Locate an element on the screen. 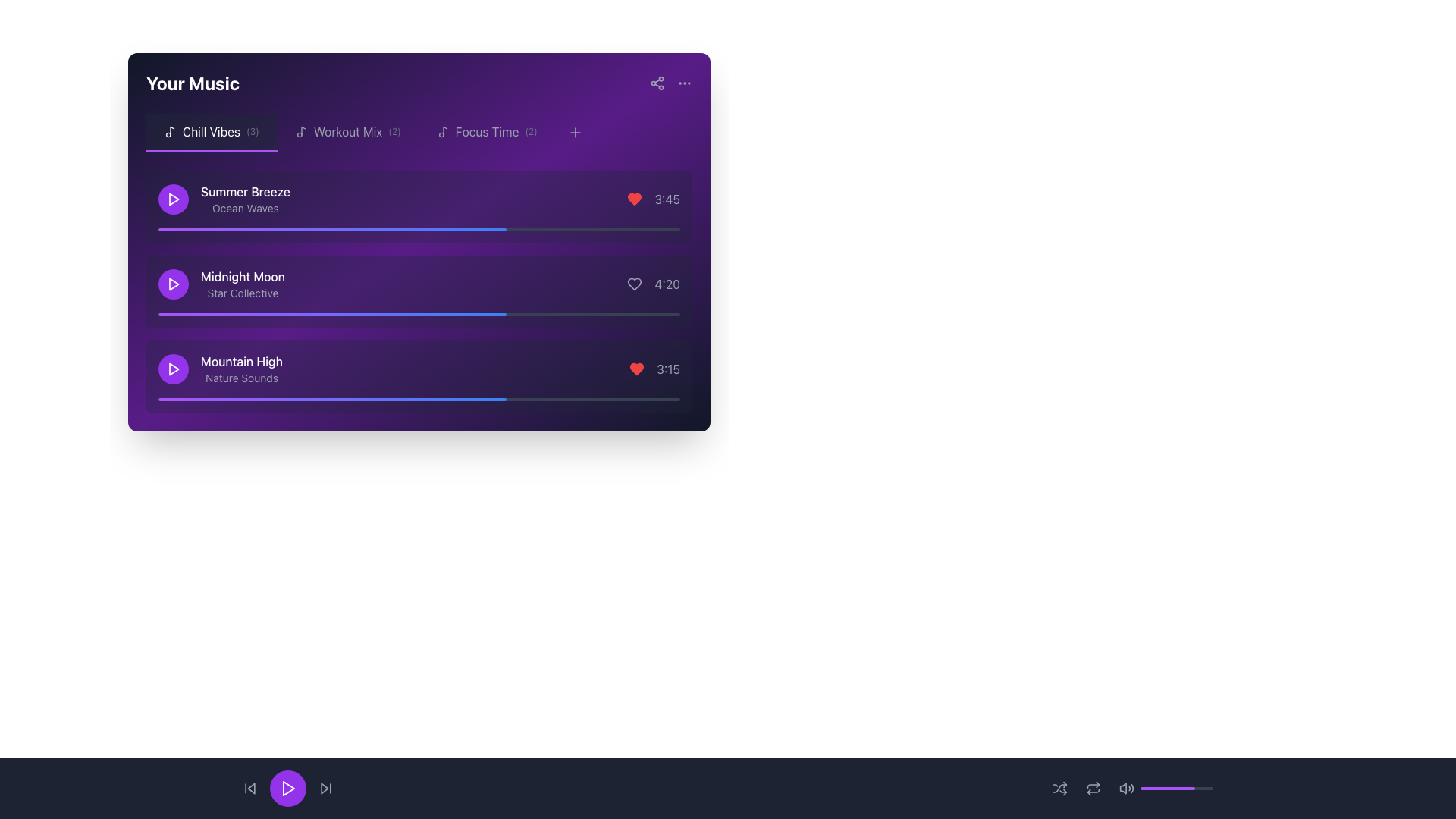  the circular purple button with a white play icon to play the song 'Summer Breeze' located at the beginning of the list item is located at coordinates (174, 198).